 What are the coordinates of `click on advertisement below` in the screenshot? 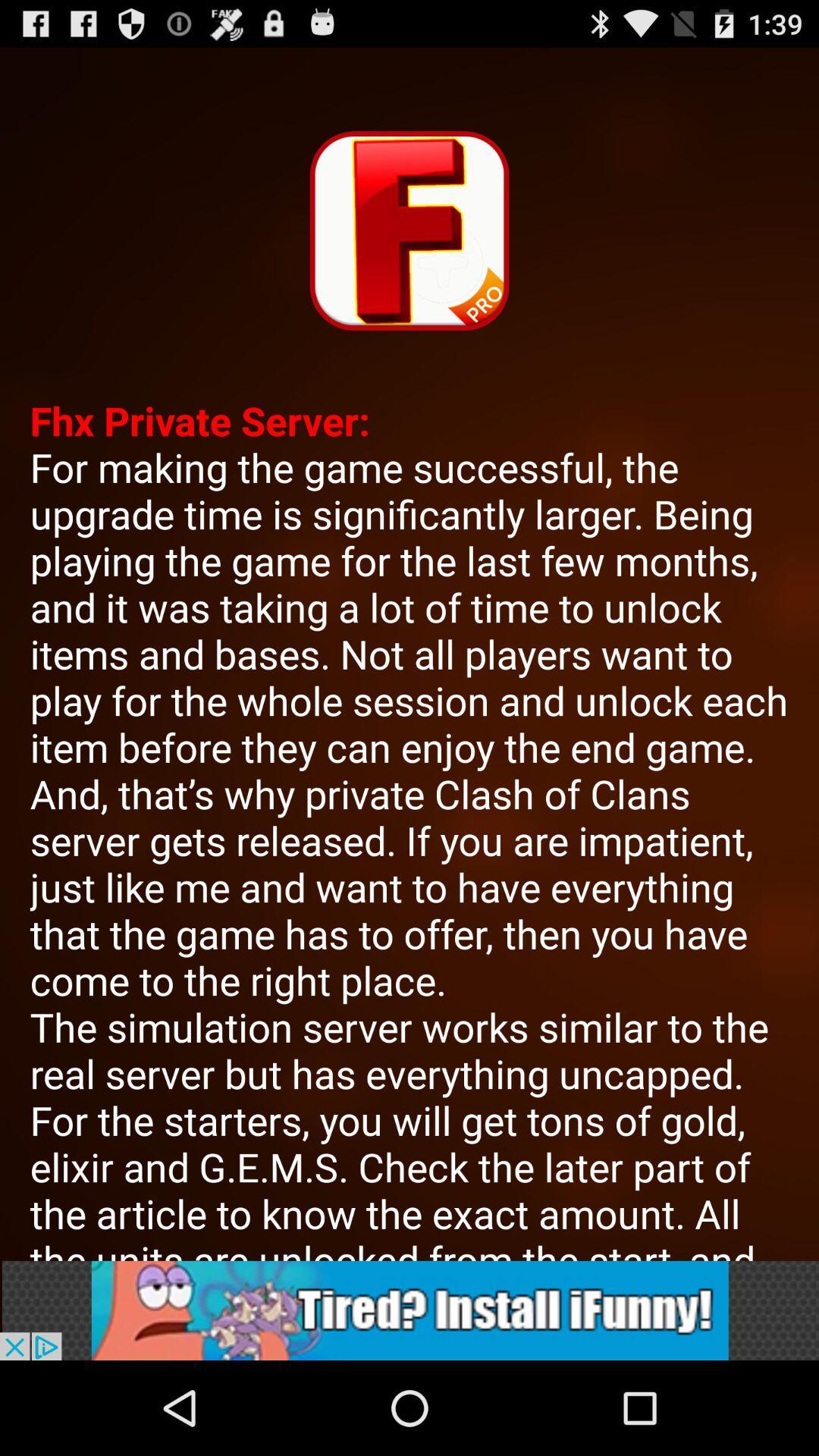 It's located at (409, 1310).